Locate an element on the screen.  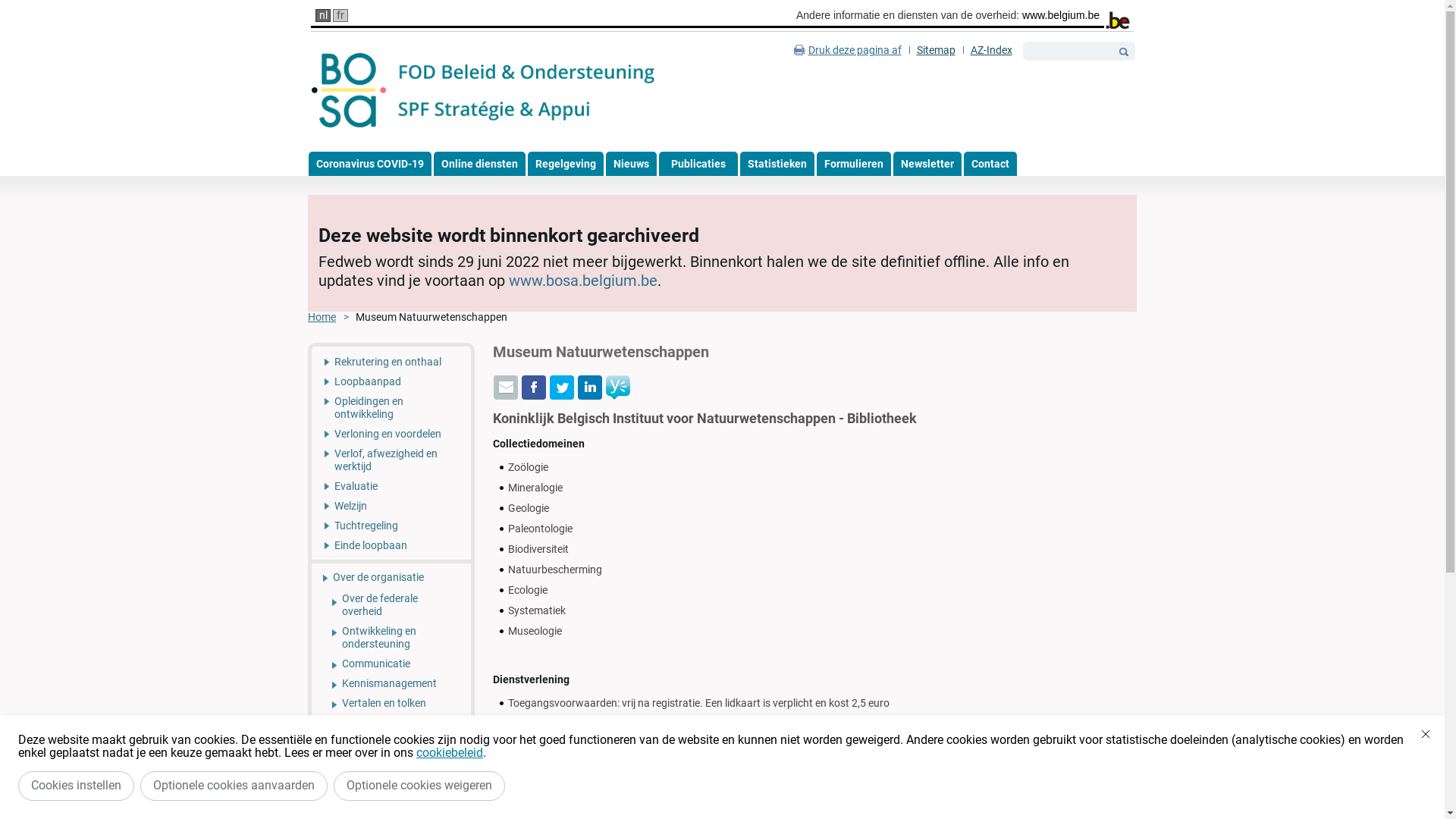
'www.bosa.belgium.be' is located at coordinates (582, 281).